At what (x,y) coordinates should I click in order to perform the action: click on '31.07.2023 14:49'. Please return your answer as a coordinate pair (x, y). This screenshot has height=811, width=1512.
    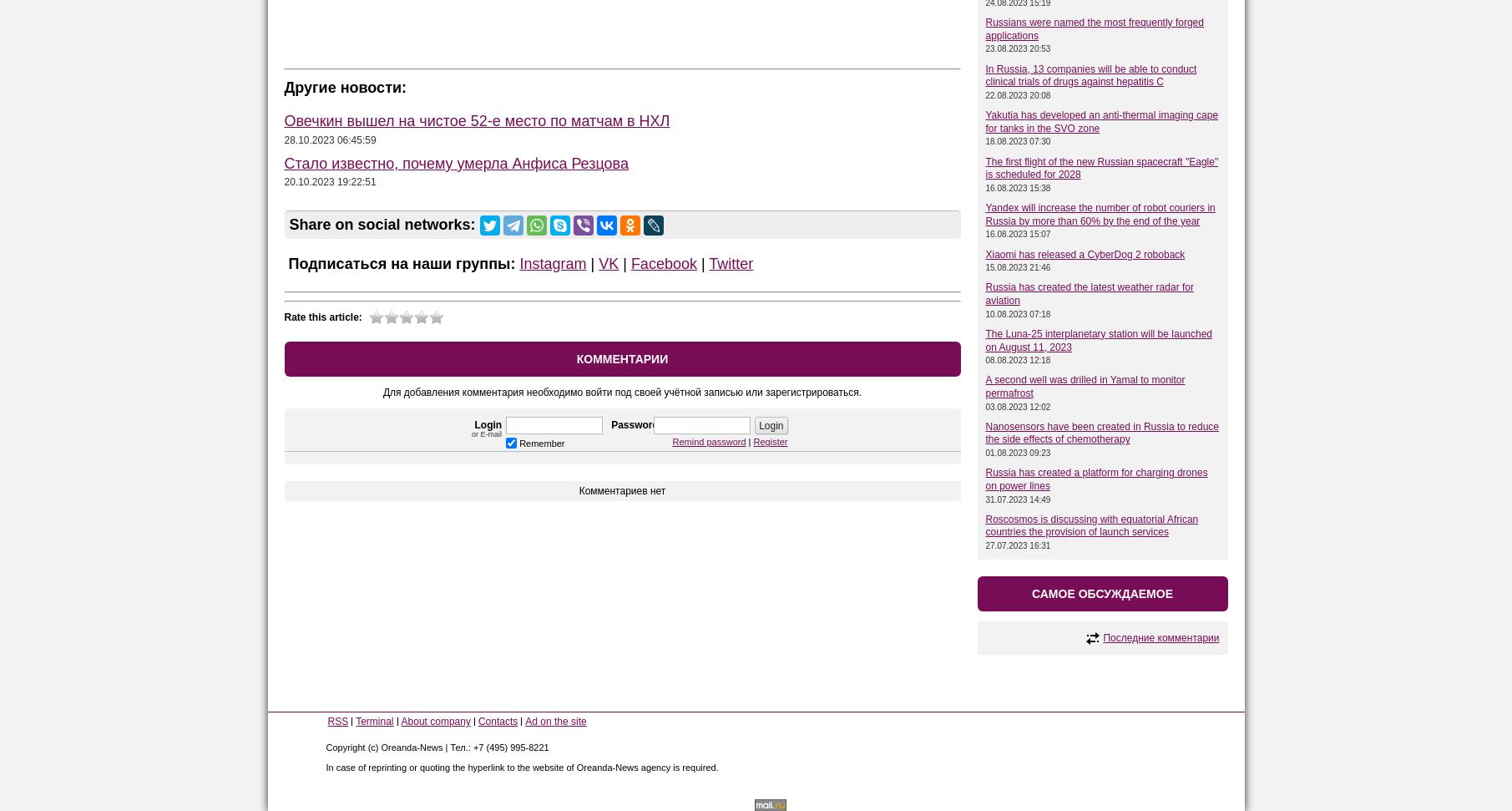
    Looking at the image, I should click on (984, 498).